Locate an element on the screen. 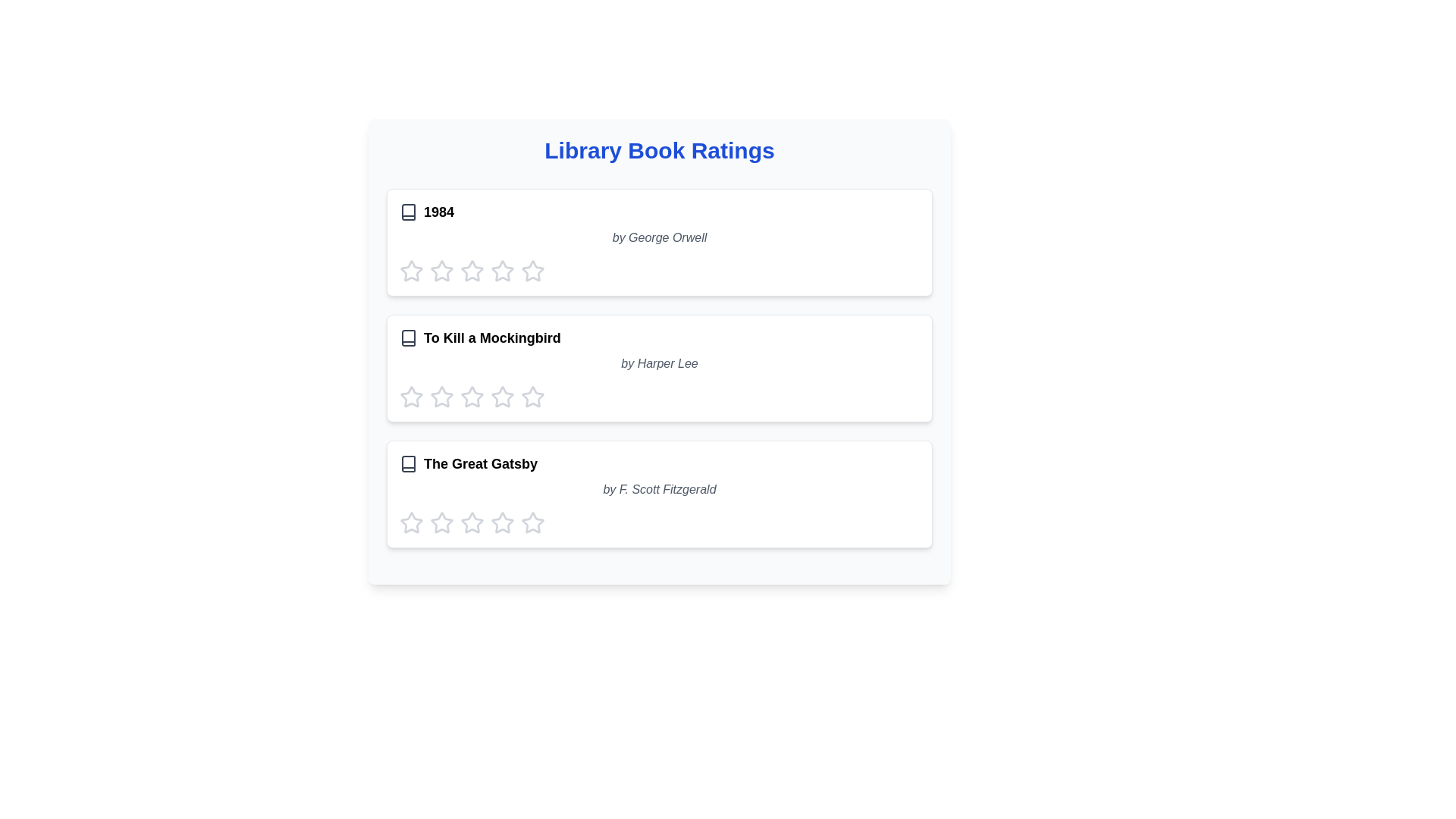  the first rating star icon for the book 'The Great Gatsby' is located at coordinates (472, 522).